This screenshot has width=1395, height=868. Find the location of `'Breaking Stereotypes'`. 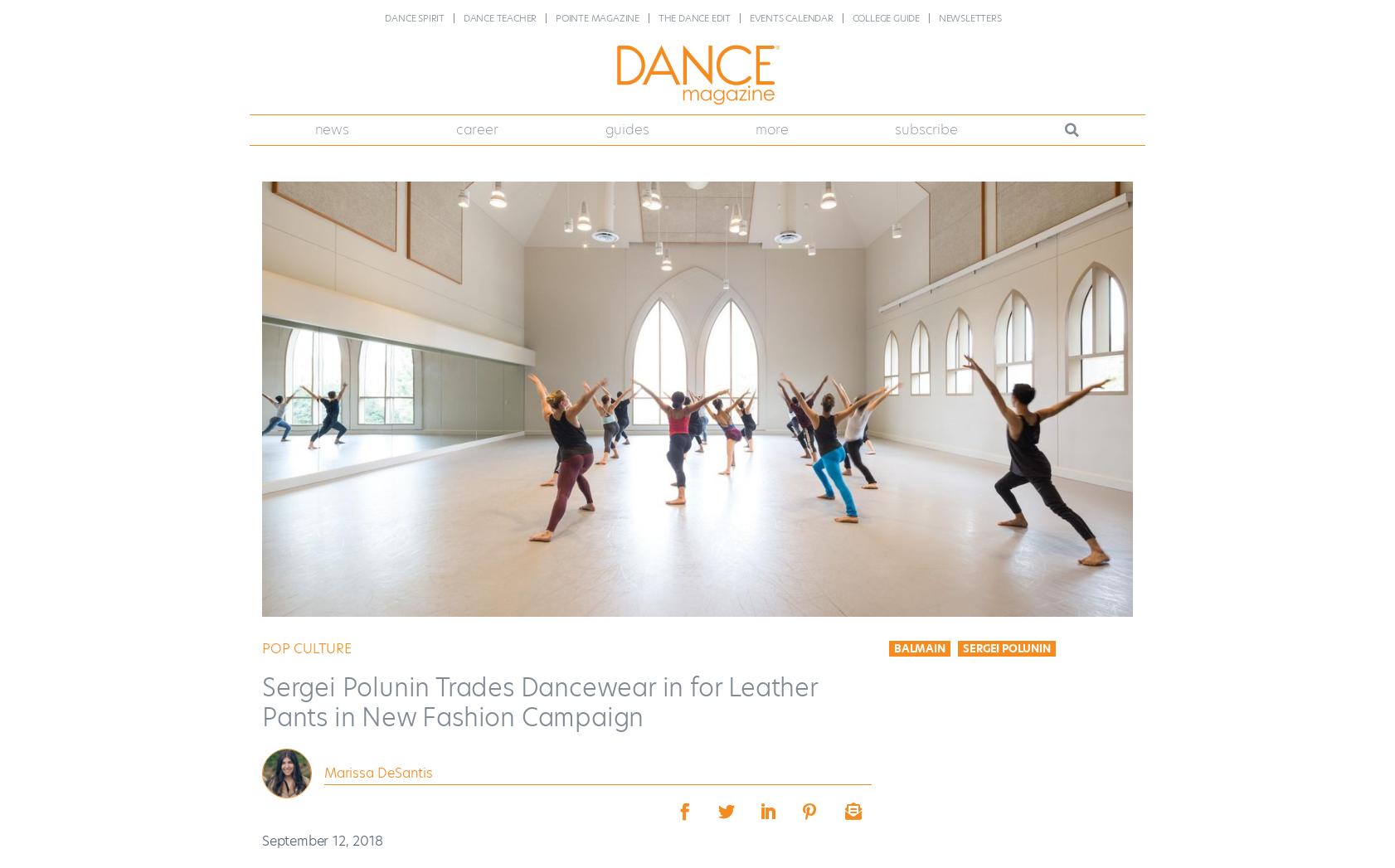

'Breaking Stereotypes' is located at coordinates (367, 313).